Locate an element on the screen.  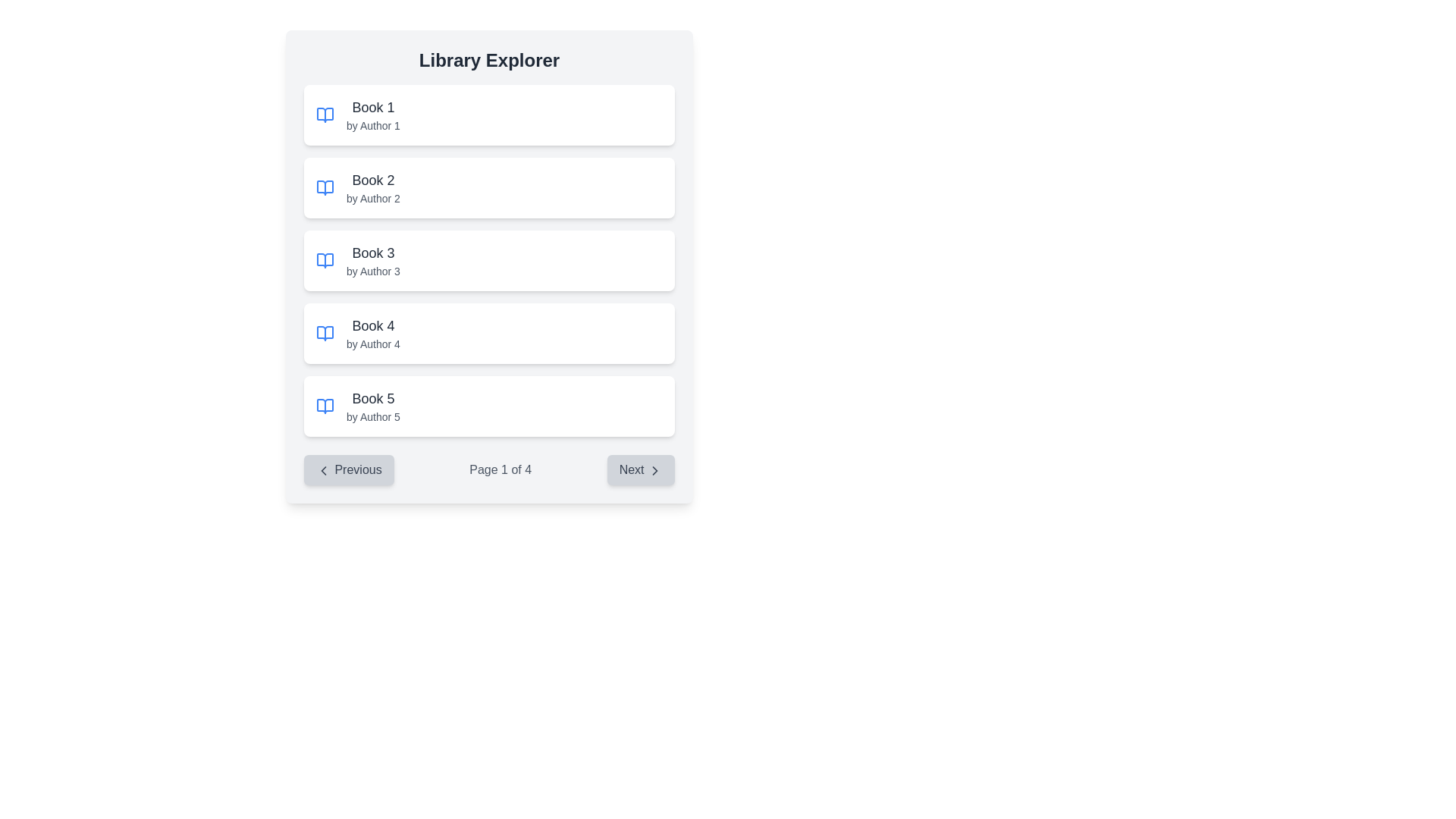
the Text element displaying the title and author of a book, which is the first item in a vertical list of book entries located near the top-center of the interface is located at coordinates (373, 114).